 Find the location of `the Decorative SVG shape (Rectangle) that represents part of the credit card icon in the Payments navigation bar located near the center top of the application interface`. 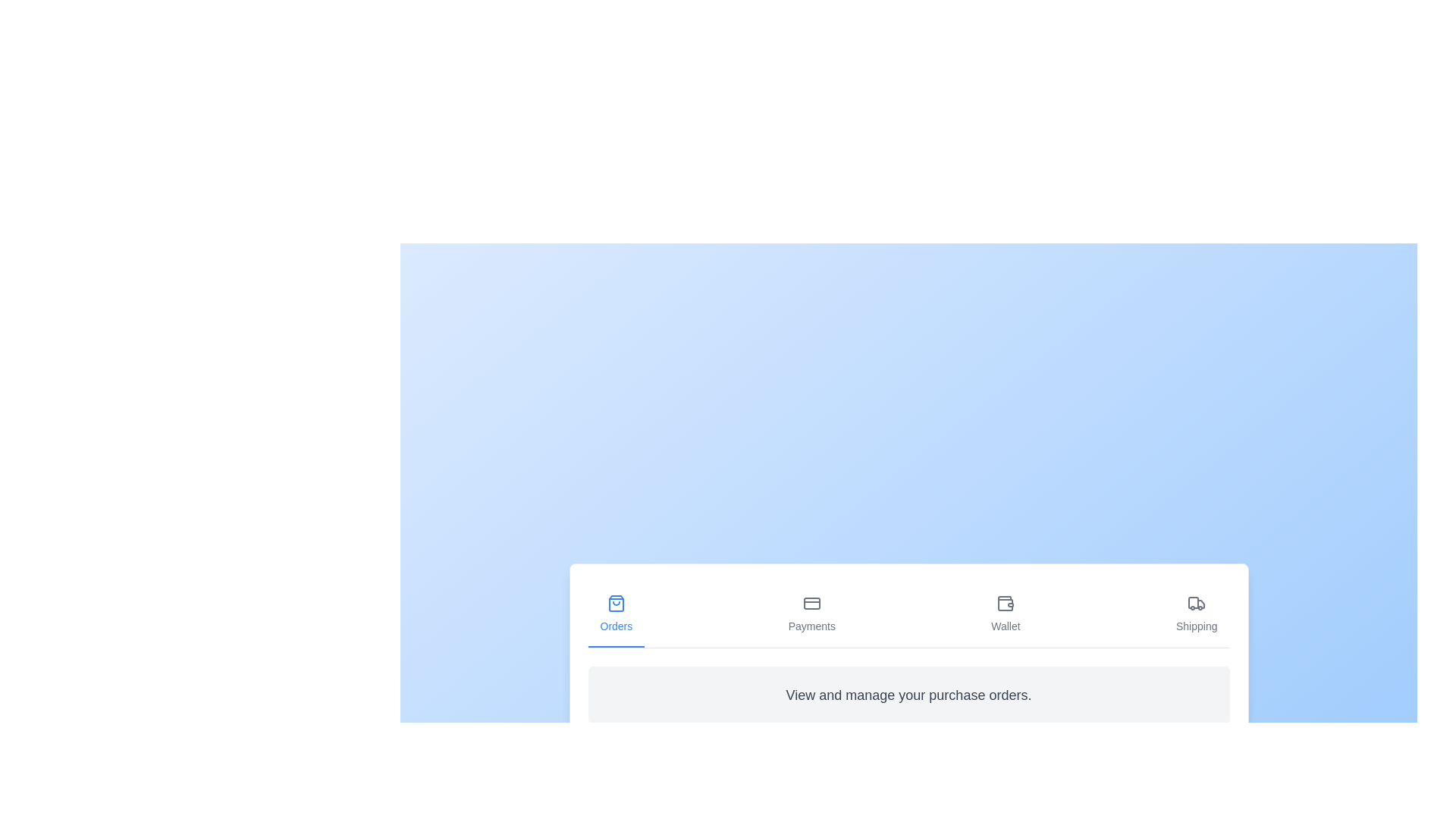

the Decorative SVG shape (Rectangle) that represents part of the credit card icon in the Payments navigation bar located near the center top of the application interface is located at coordinates (811, 602).